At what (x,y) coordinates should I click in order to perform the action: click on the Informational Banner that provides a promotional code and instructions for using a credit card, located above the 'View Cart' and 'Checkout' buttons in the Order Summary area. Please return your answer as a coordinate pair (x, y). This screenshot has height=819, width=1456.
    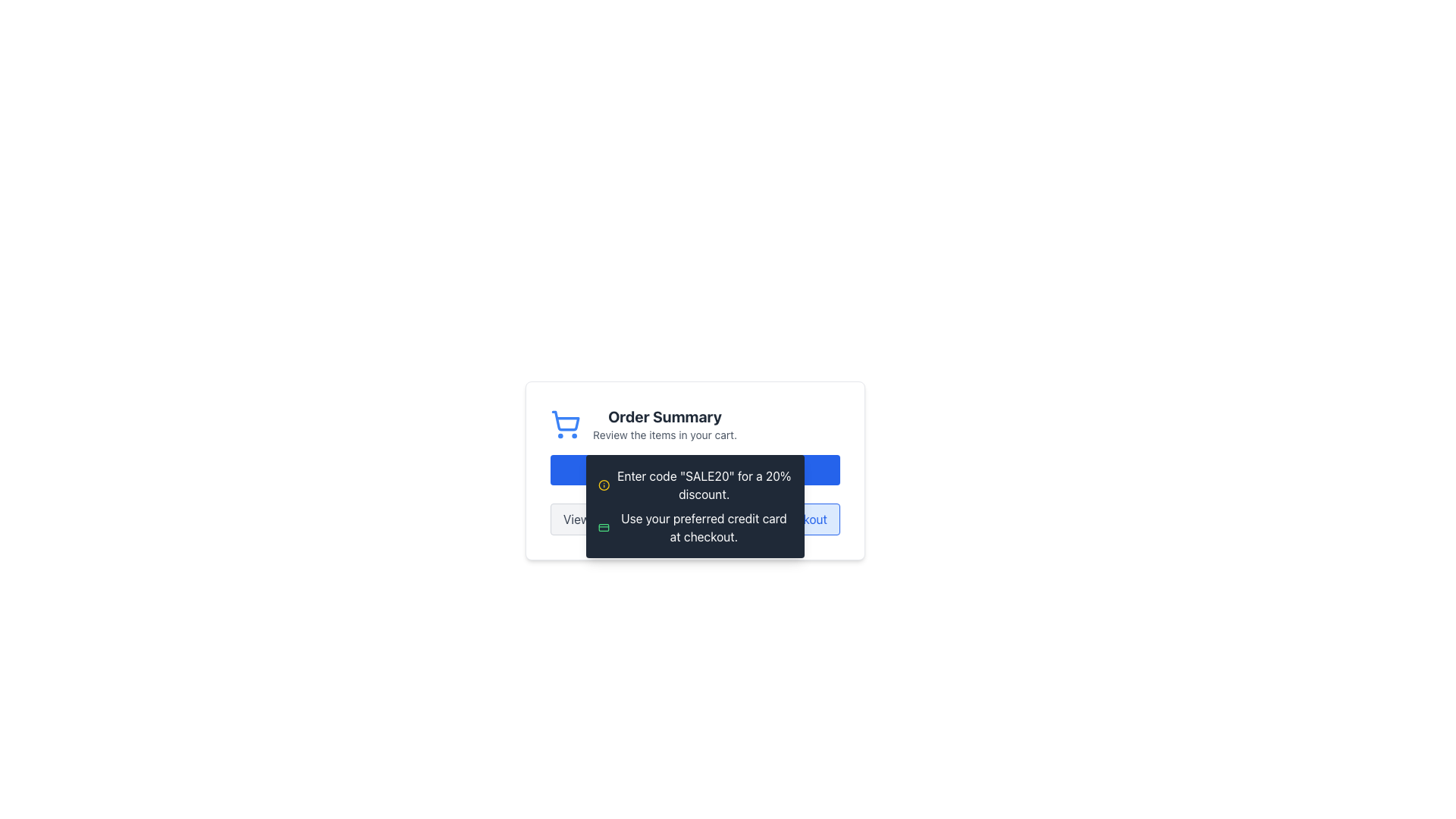
    Looking at the image, I should click on (694, 506).